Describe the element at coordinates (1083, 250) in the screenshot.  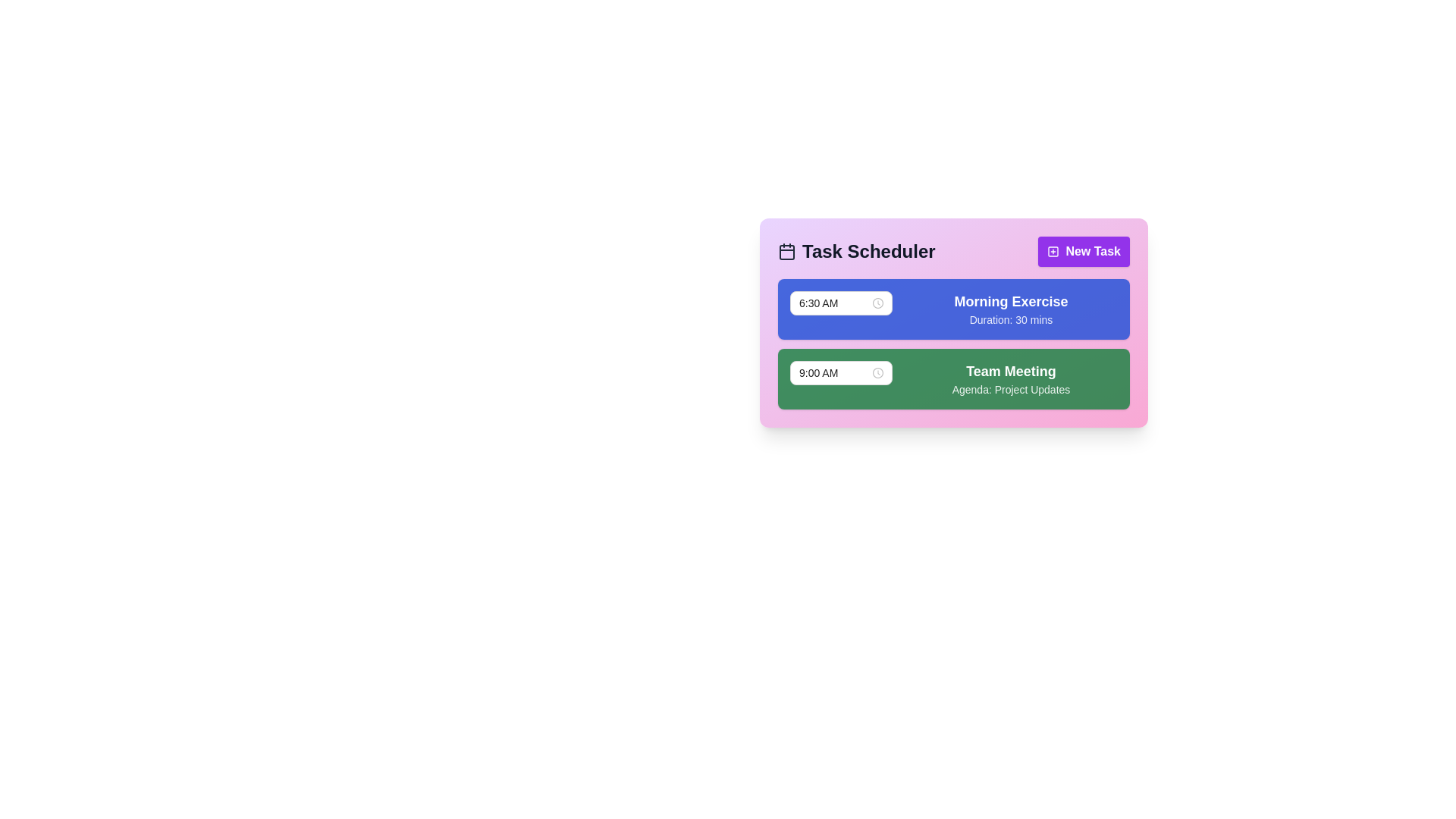
I see `the 'New Task' button, which is a purple rectangular button with rounded corners and the text 'New Task' in bold white font, to observe a color change` at that location.